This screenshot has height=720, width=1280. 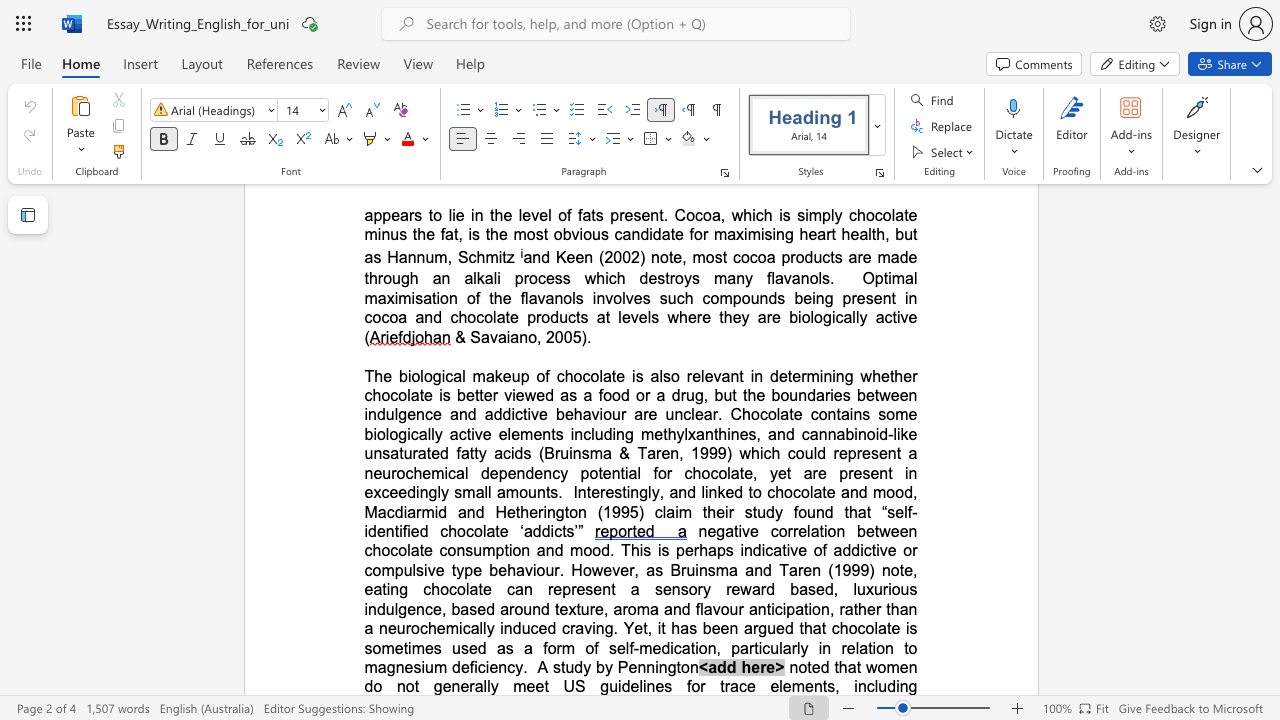 I want to click on the subset text "y m" within the text "generally meet", so click(x=490, y=685).